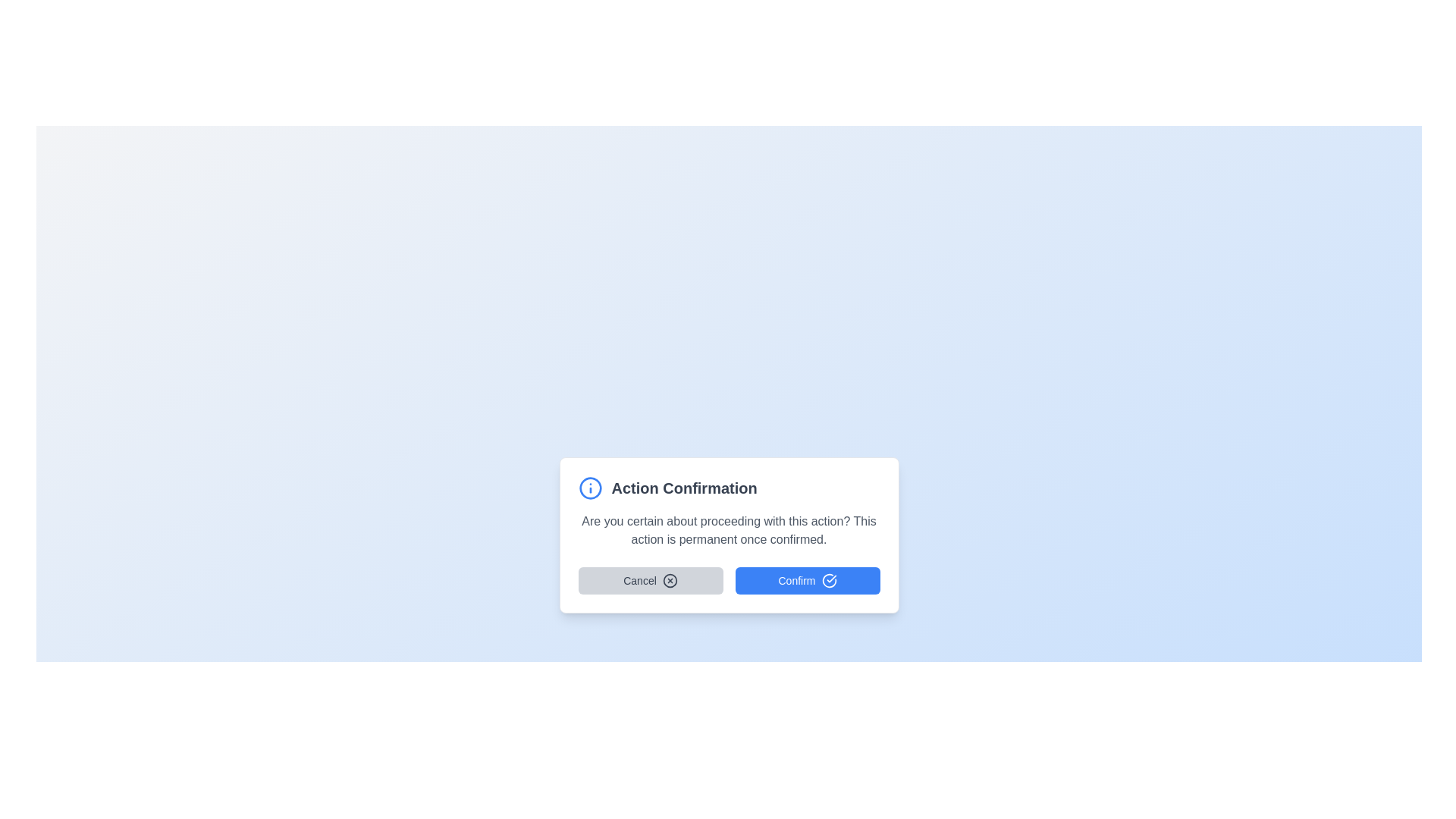 Image resolution: width=1456 pixels, height=819 pixels. What do you see at coordinates (669, 580) in the screenshot?
I see `the decorative SVG circle located inside the 'Cancel' button in the bottom-left section of the modal dialog` at bounding box center [669, 580].